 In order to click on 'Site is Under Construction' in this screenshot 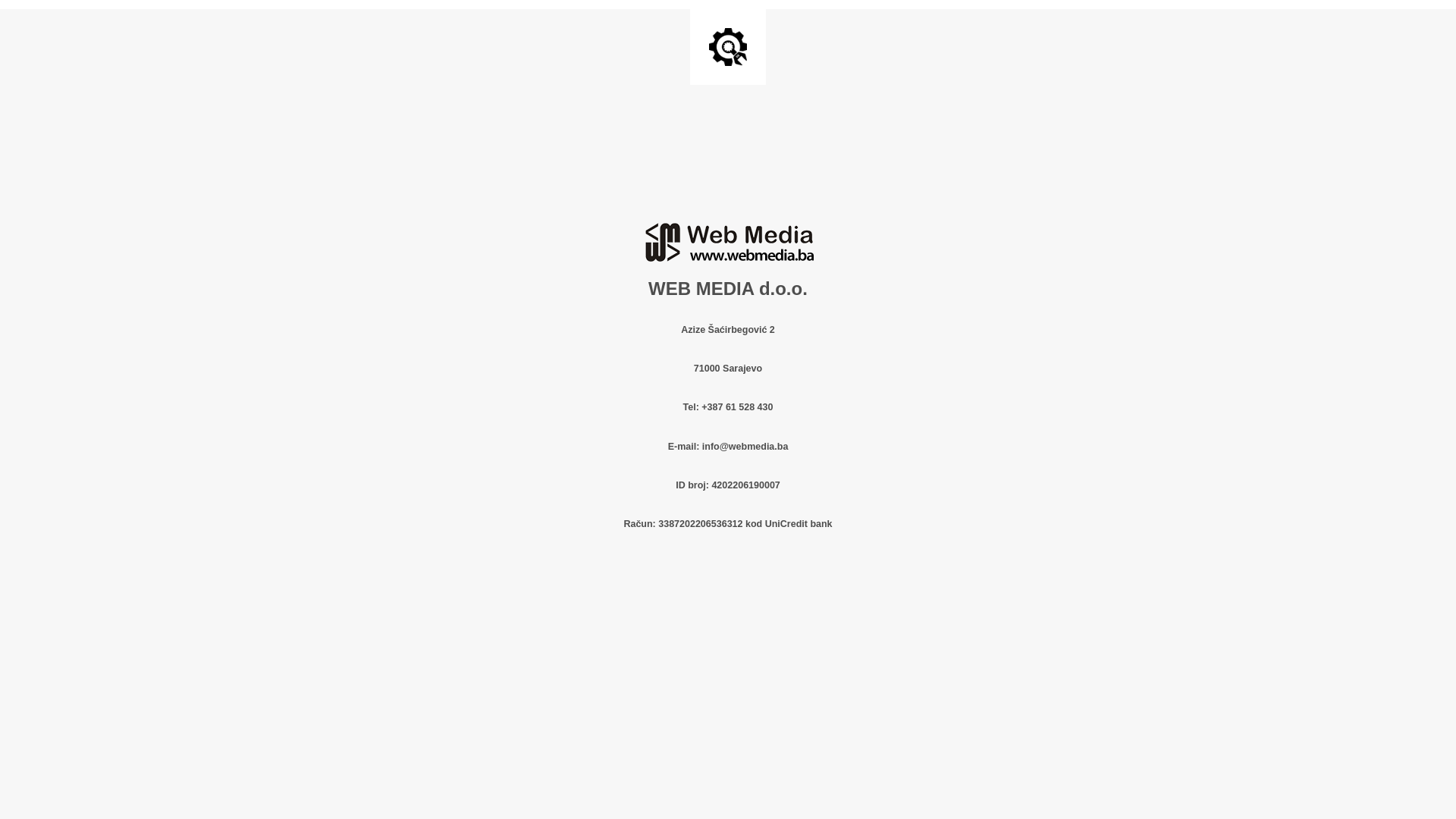, I will do `click(728, 45)`.